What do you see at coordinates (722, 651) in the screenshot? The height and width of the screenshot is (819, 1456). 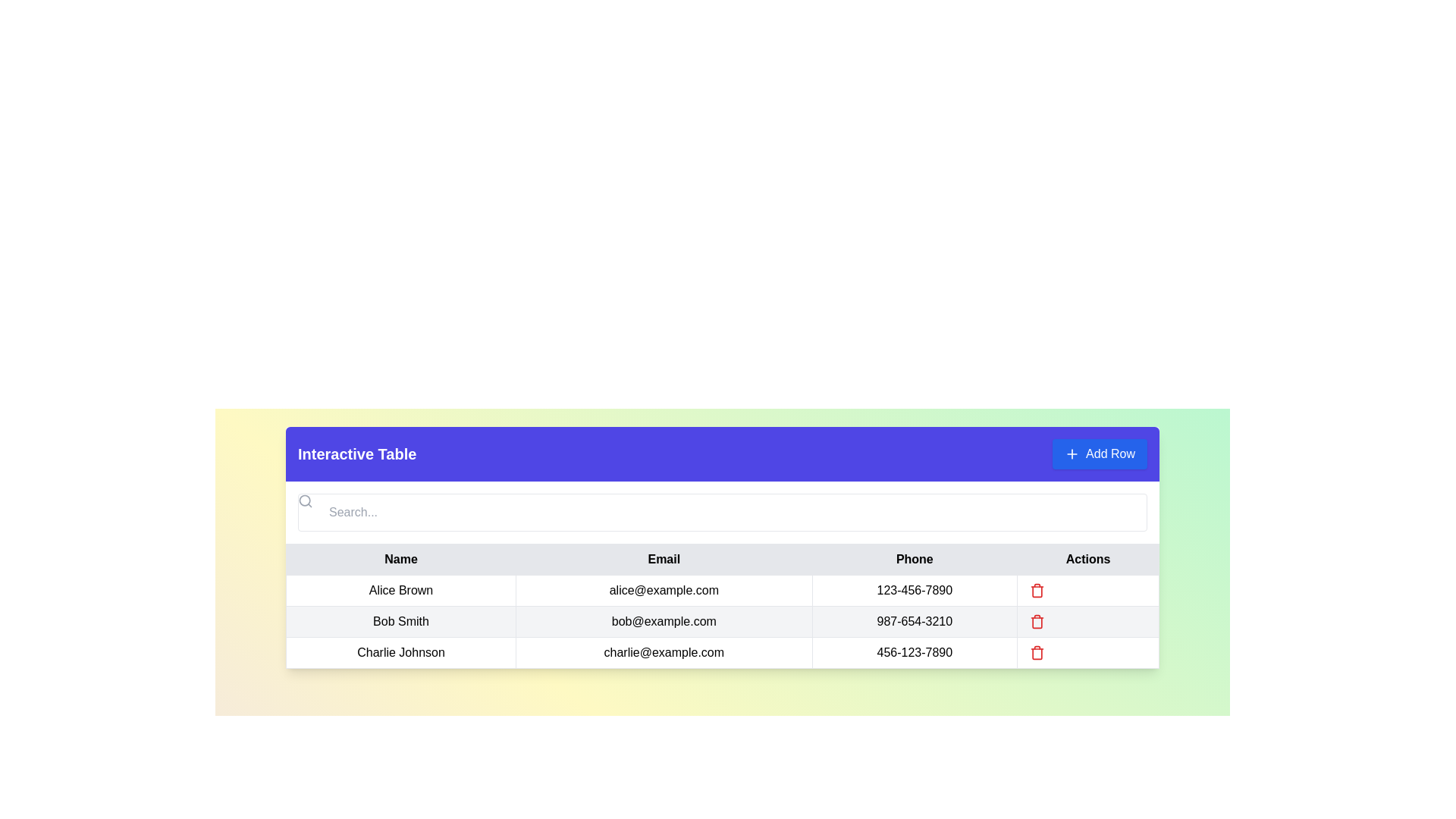 I see `the third row` at bounding box center [722, 651].